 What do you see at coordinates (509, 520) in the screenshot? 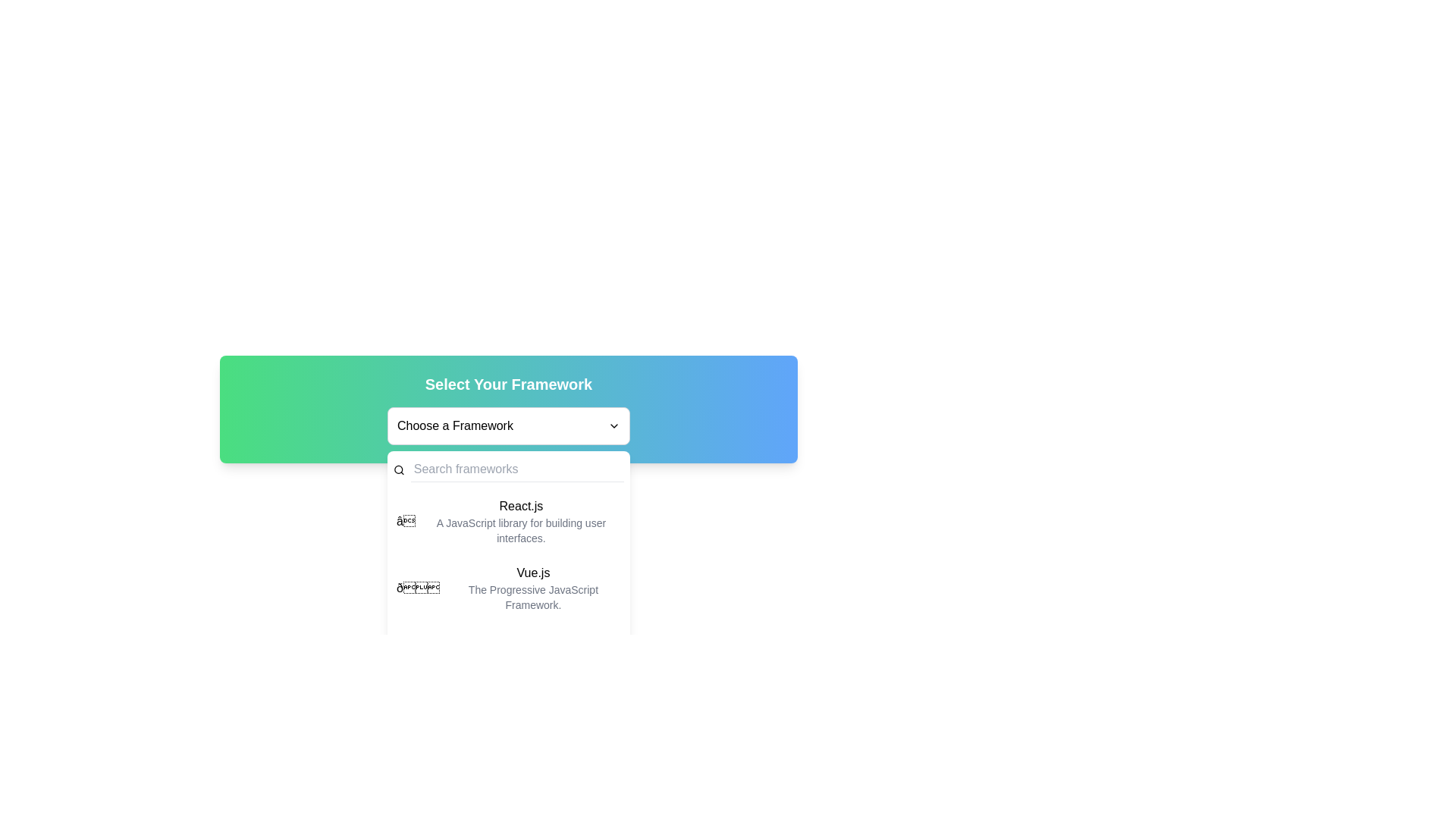
I see `the first list item under 'Choose a Framework' which has the bold title 'React.js' and a description 'A JavaScript library for building user interfaces.'` at bounding box center [509, 520].